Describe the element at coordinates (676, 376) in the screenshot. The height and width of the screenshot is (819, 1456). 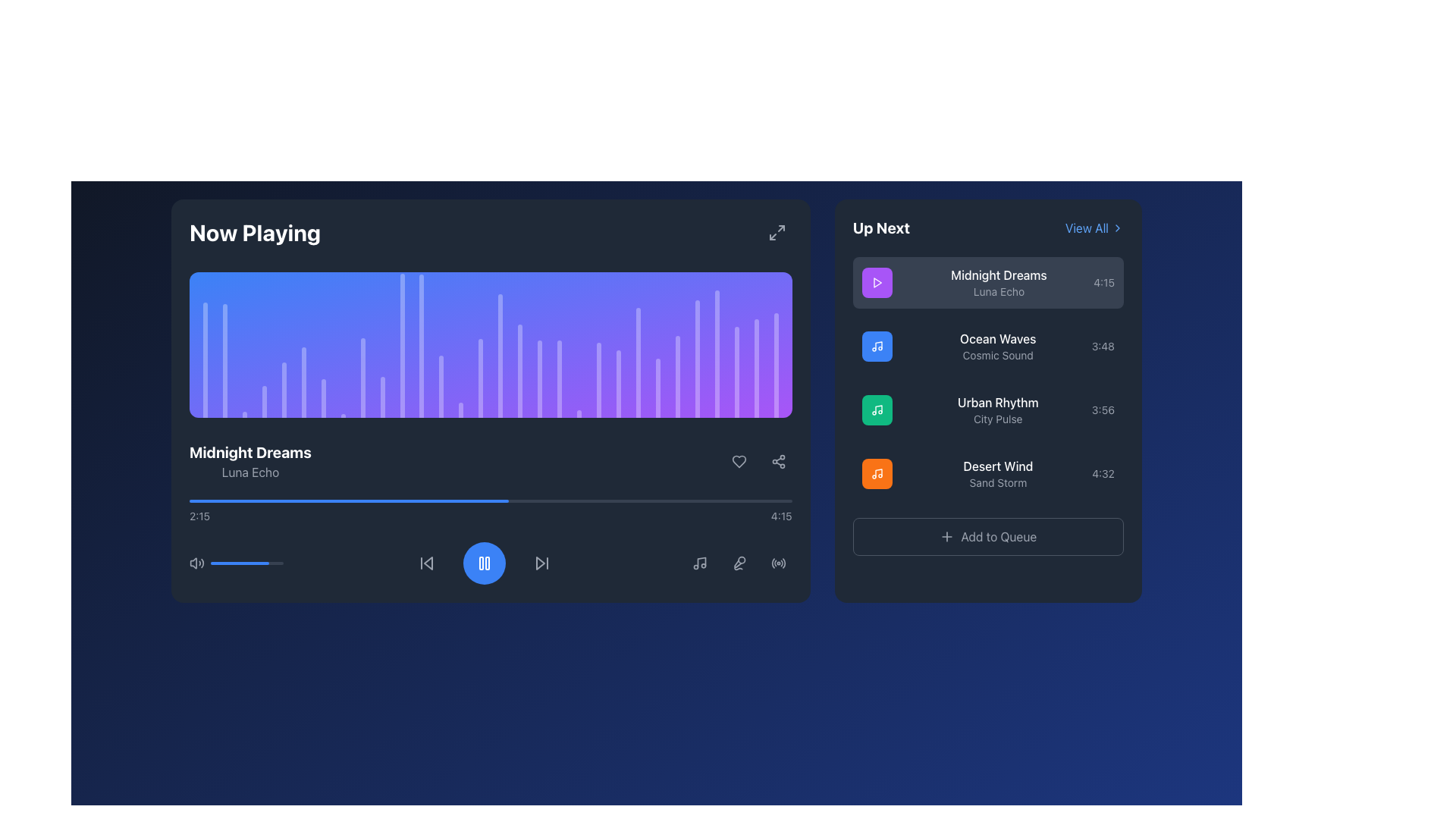
I see `the visual changes of the 24th vertical bar in the audio spectrum visualization during playback` at that location.